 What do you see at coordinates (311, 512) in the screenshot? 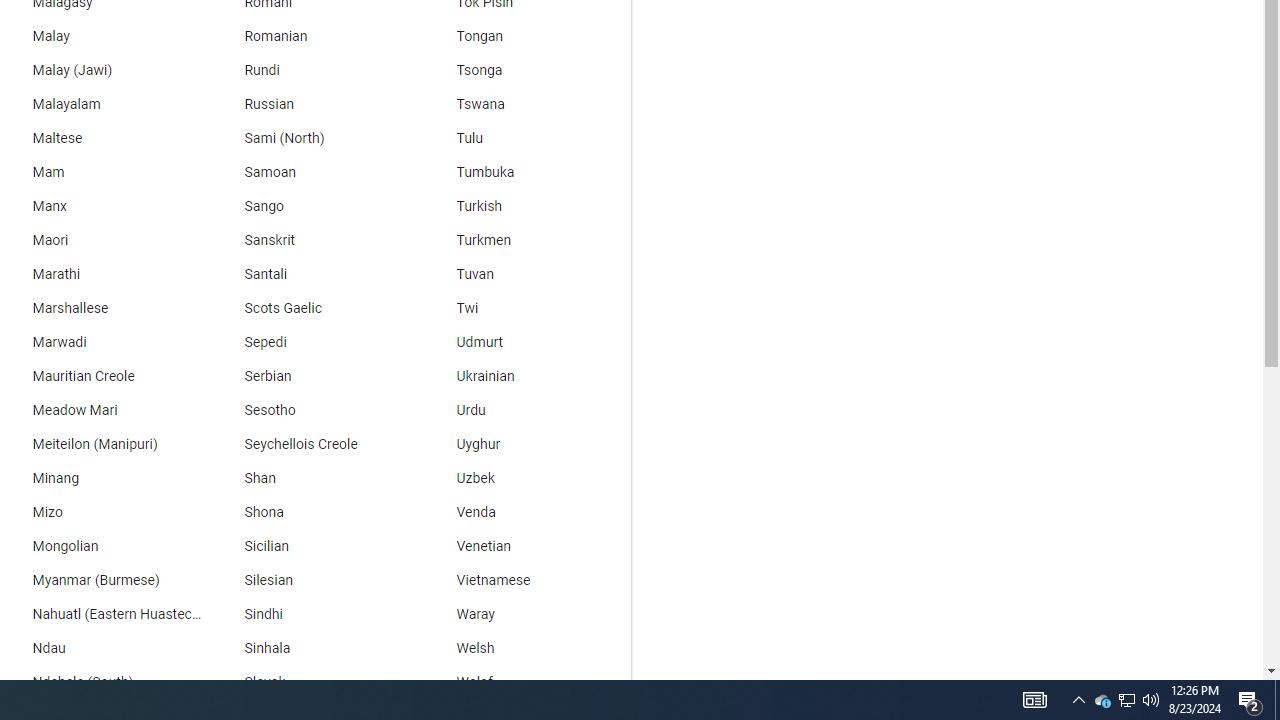
I see `'Shona'` at bounding box center [311, 512].